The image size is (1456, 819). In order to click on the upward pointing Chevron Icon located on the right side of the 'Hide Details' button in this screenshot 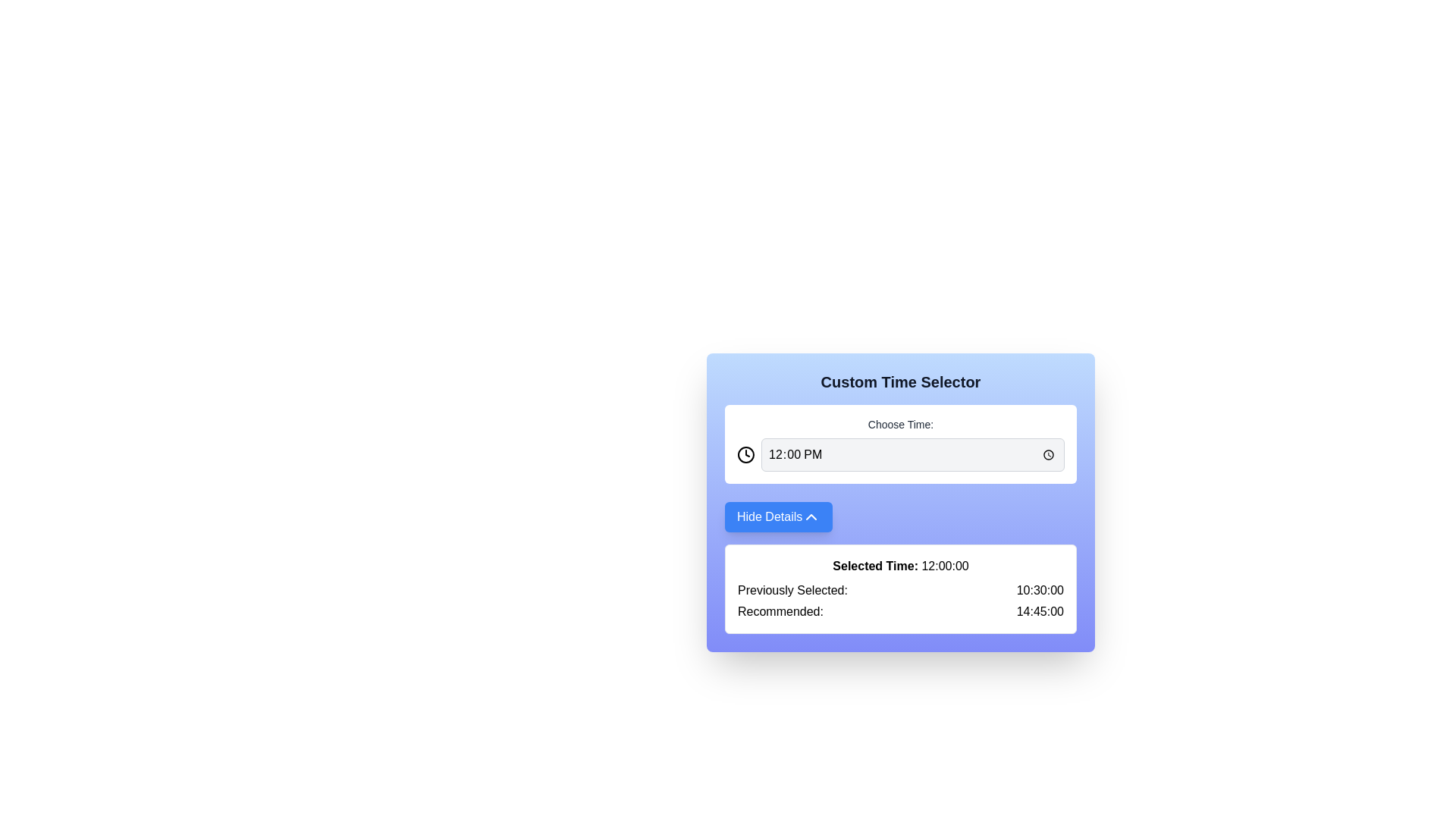, I will do `click(811, 516)`.